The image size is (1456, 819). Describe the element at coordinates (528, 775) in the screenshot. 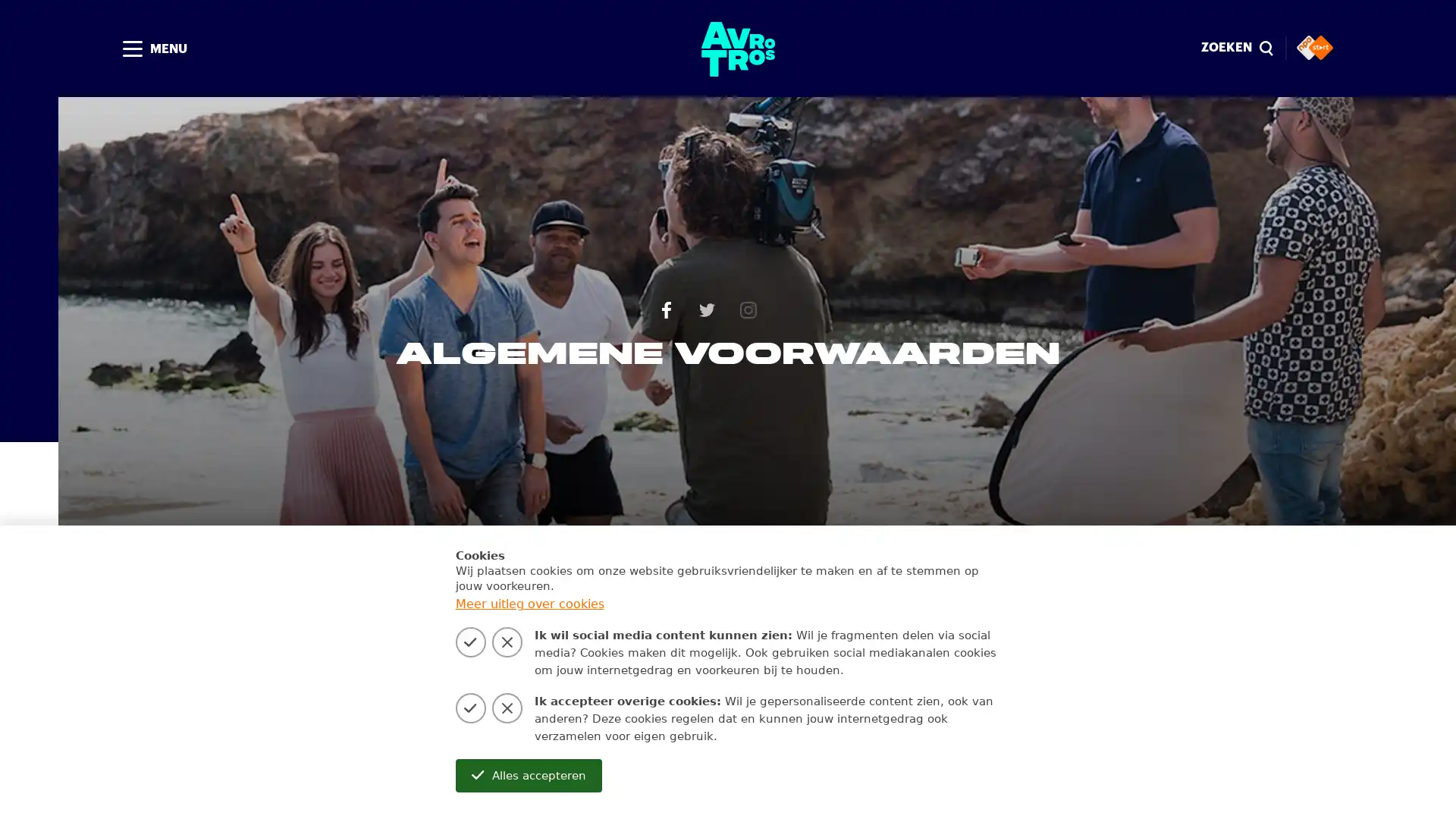

I see `Alles accepteren` at that location.